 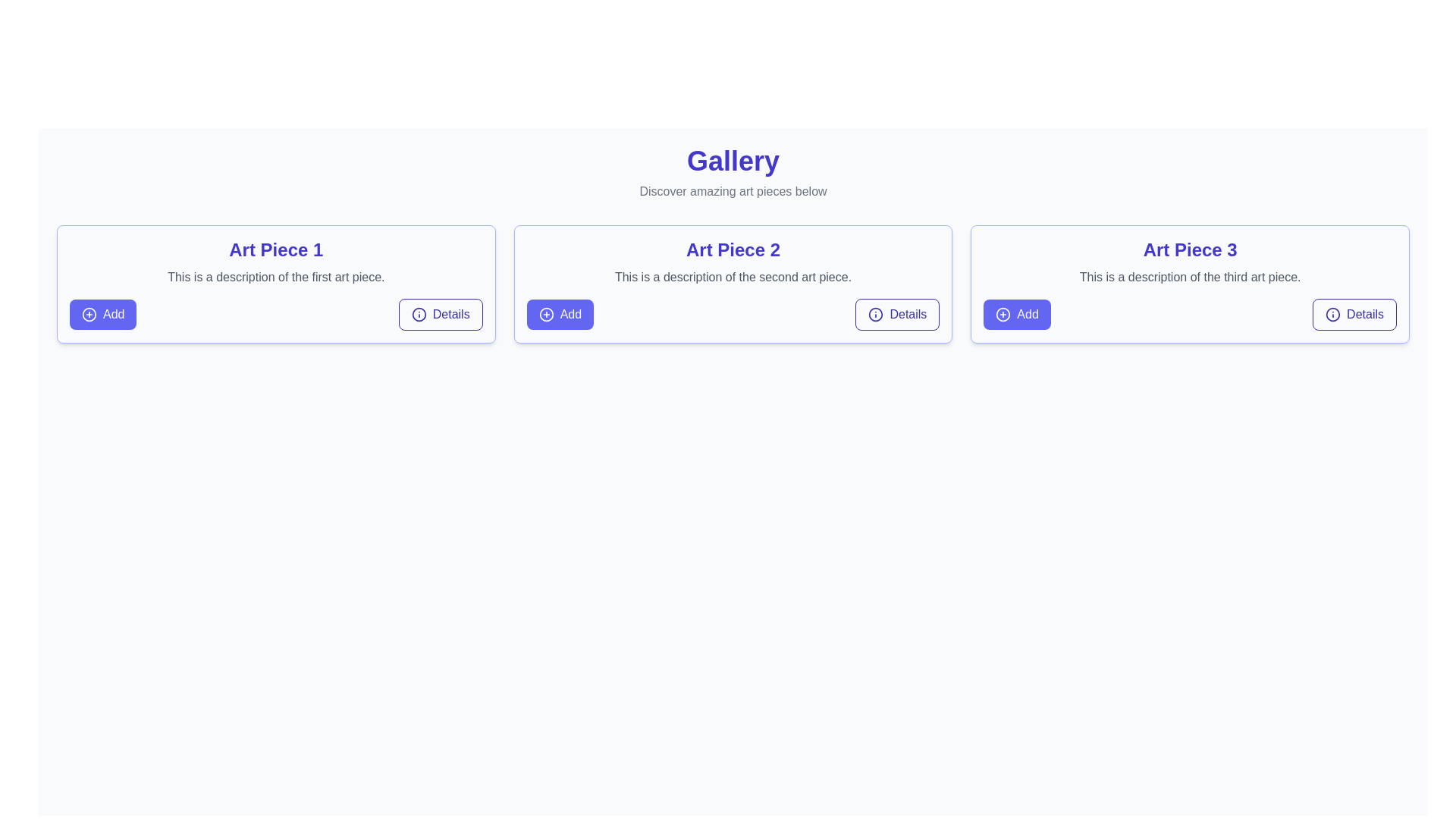 I want to click on the 'Details' button with an 'i' icon located in the bottom-right corner of the 'Art Piece 2' card, so click(x=897, y=314).